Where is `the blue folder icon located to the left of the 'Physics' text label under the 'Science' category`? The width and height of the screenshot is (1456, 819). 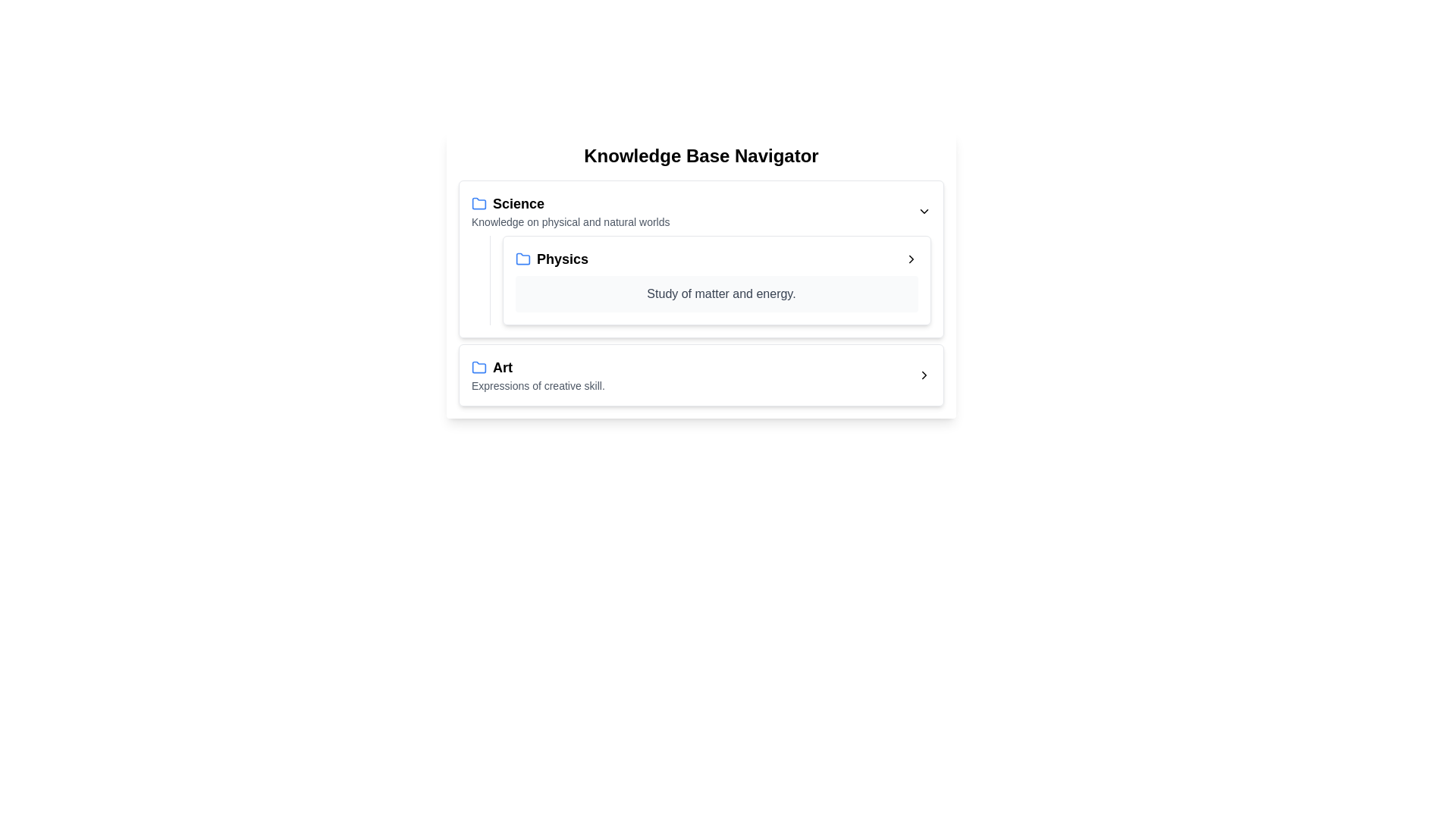 the blue folder icon located to the left of the 'Physics' text label under the 'Science' category is located at coordinates (523, 257).